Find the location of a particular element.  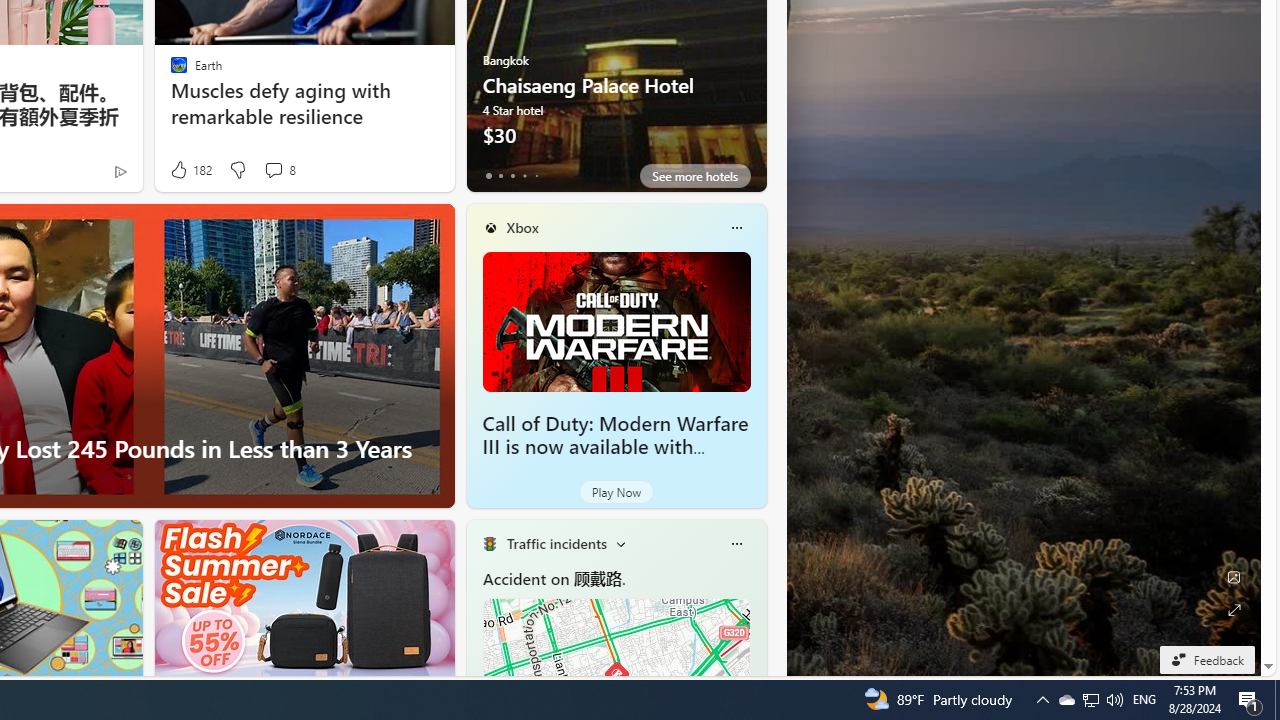

'Play Now' is located at coordinates (615, 492).